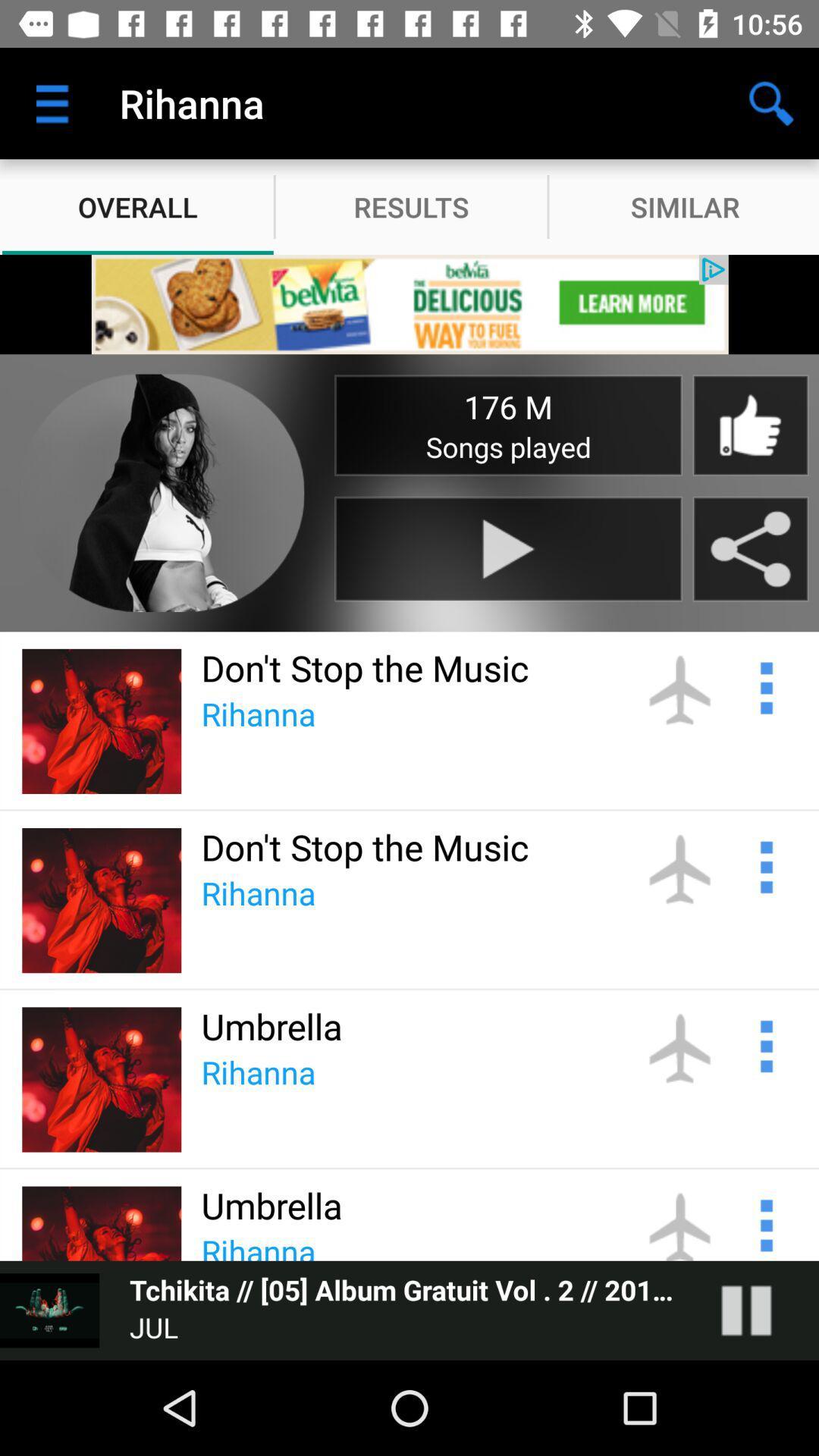 Image resolution: width=819 pixels, height=1456 pixels. Describe the element at coordinates (764, 685) in the screenshot. I see `more info` at that location.